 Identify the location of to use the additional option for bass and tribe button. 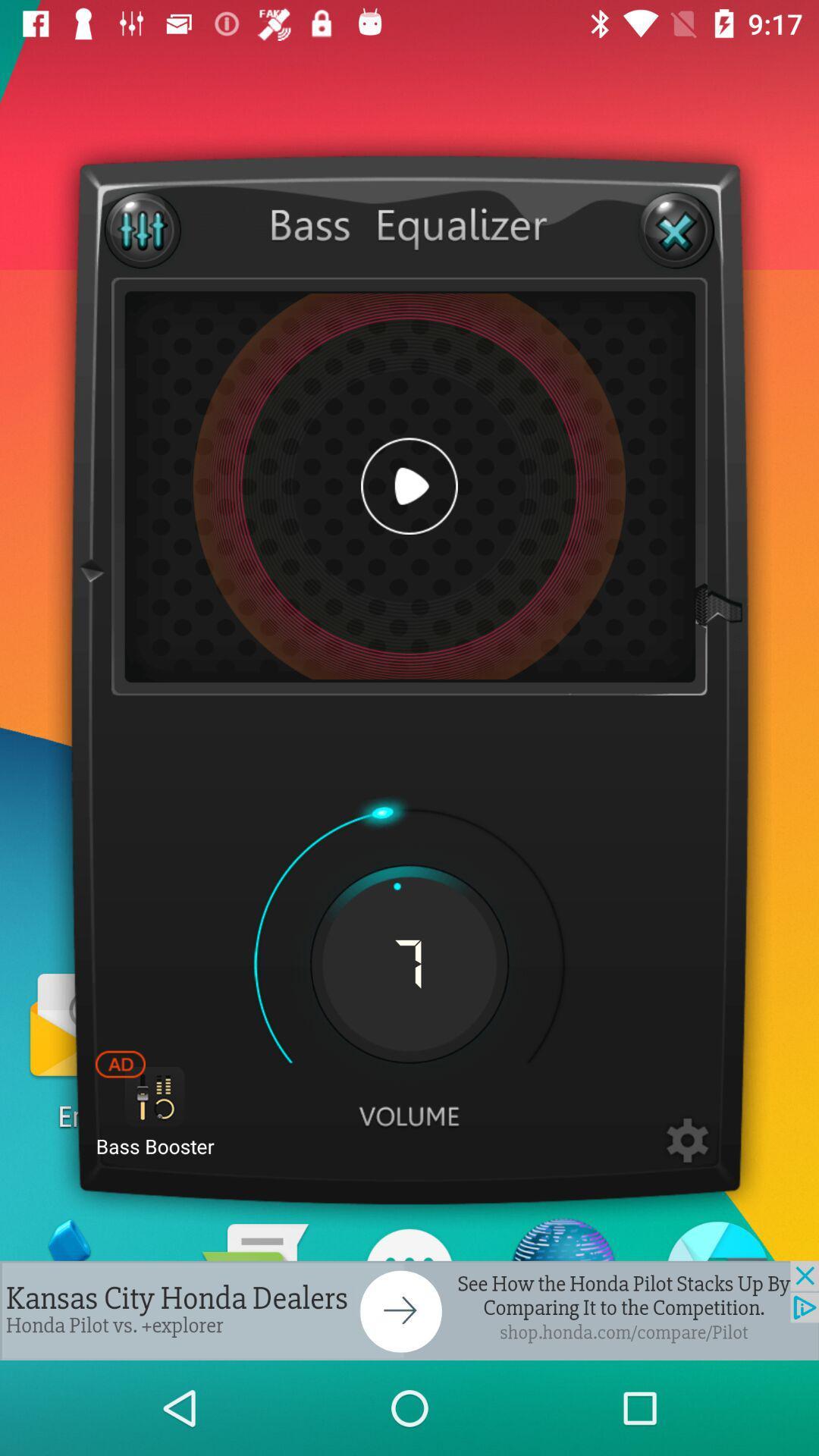
(143, 229).